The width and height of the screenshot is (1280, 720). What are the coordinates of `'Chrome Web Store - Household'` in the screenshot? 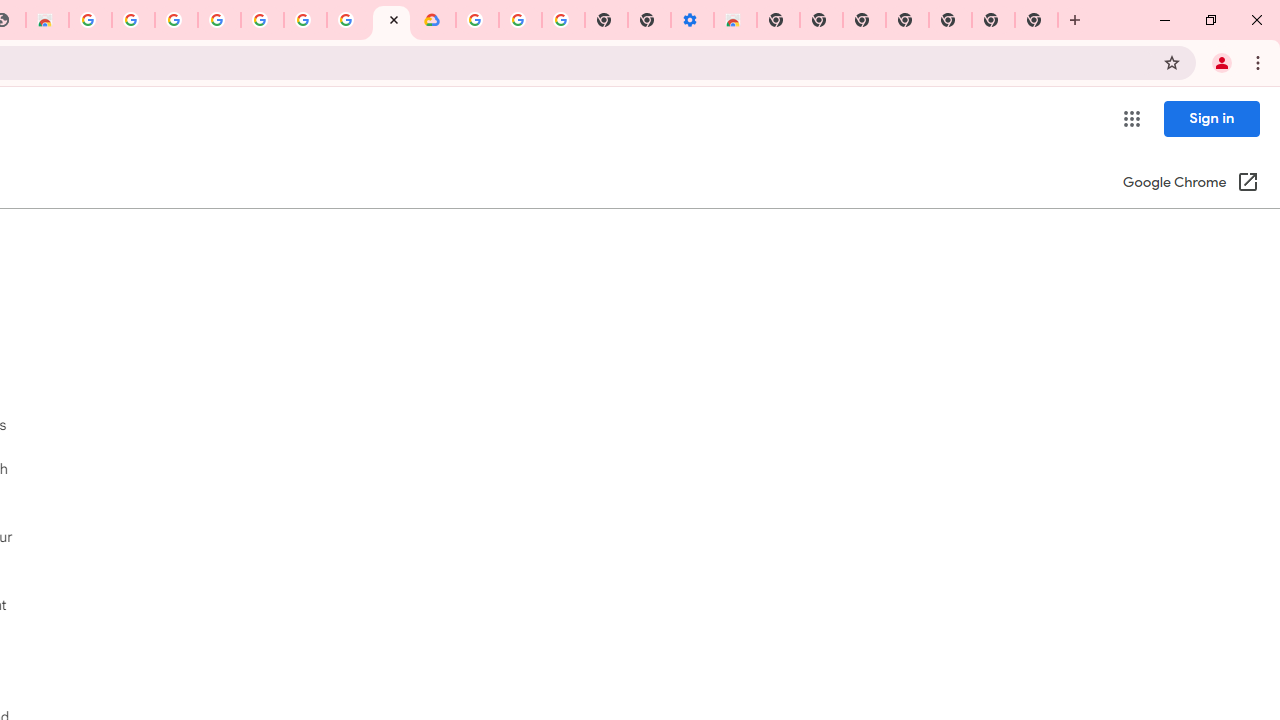 It's located at (47, 20).